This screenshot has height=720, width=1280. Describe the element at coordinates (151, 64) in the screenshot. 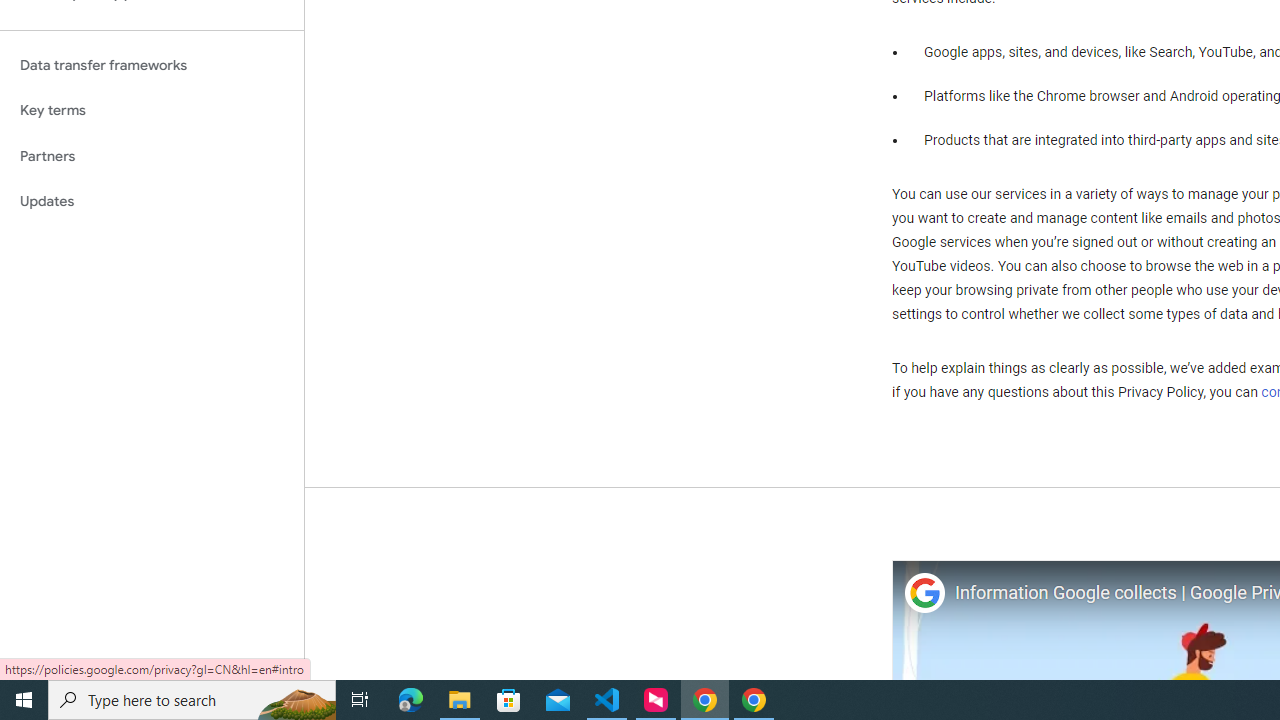

I see `'Data transfer frameworks'` at that location.